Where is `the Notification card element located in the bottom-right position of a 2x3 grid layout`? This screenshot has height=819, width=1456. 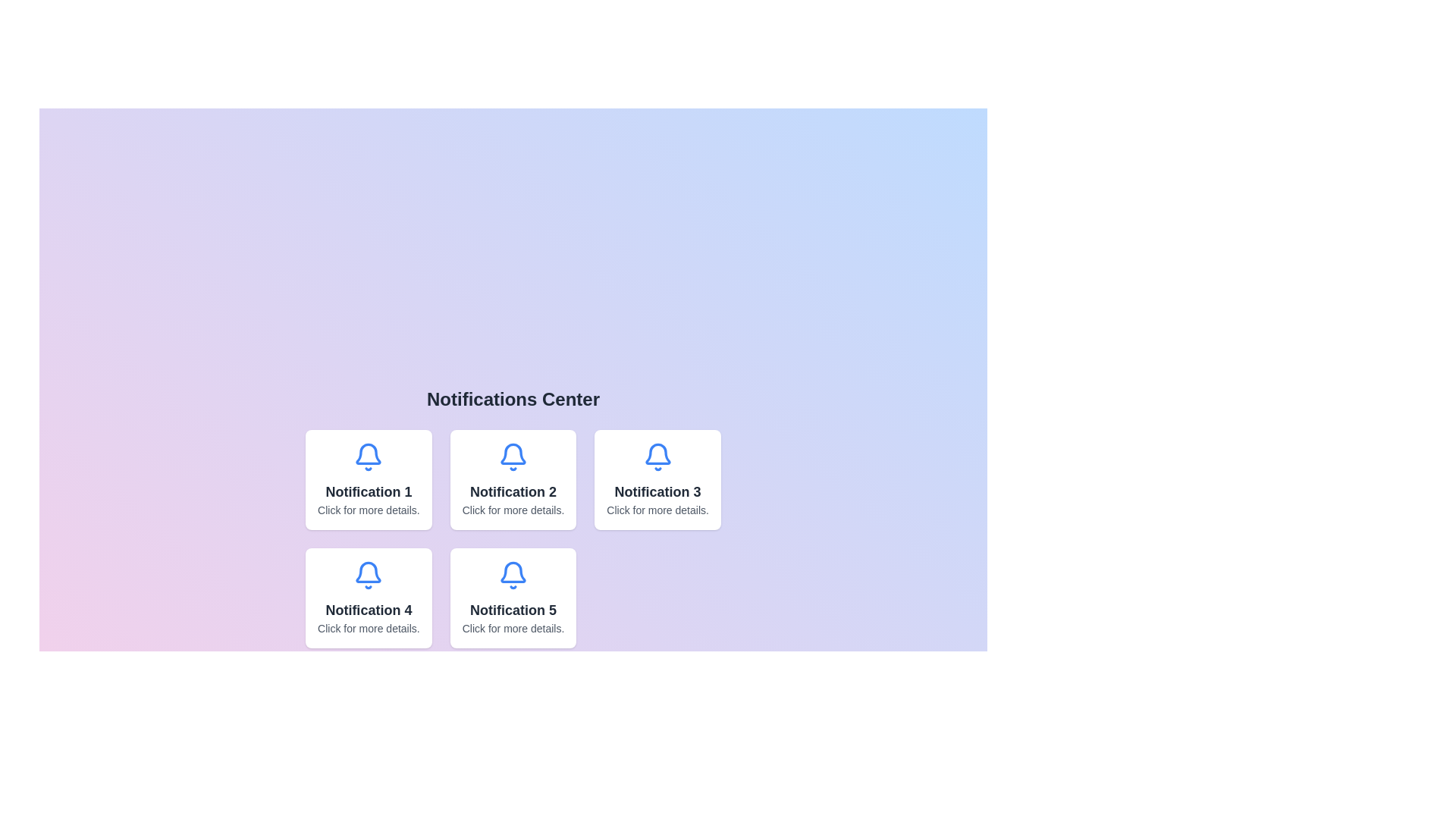 the Notification card element located in the bottom-right position of a 2x3 grid layout is located at coordinates (513, 598).